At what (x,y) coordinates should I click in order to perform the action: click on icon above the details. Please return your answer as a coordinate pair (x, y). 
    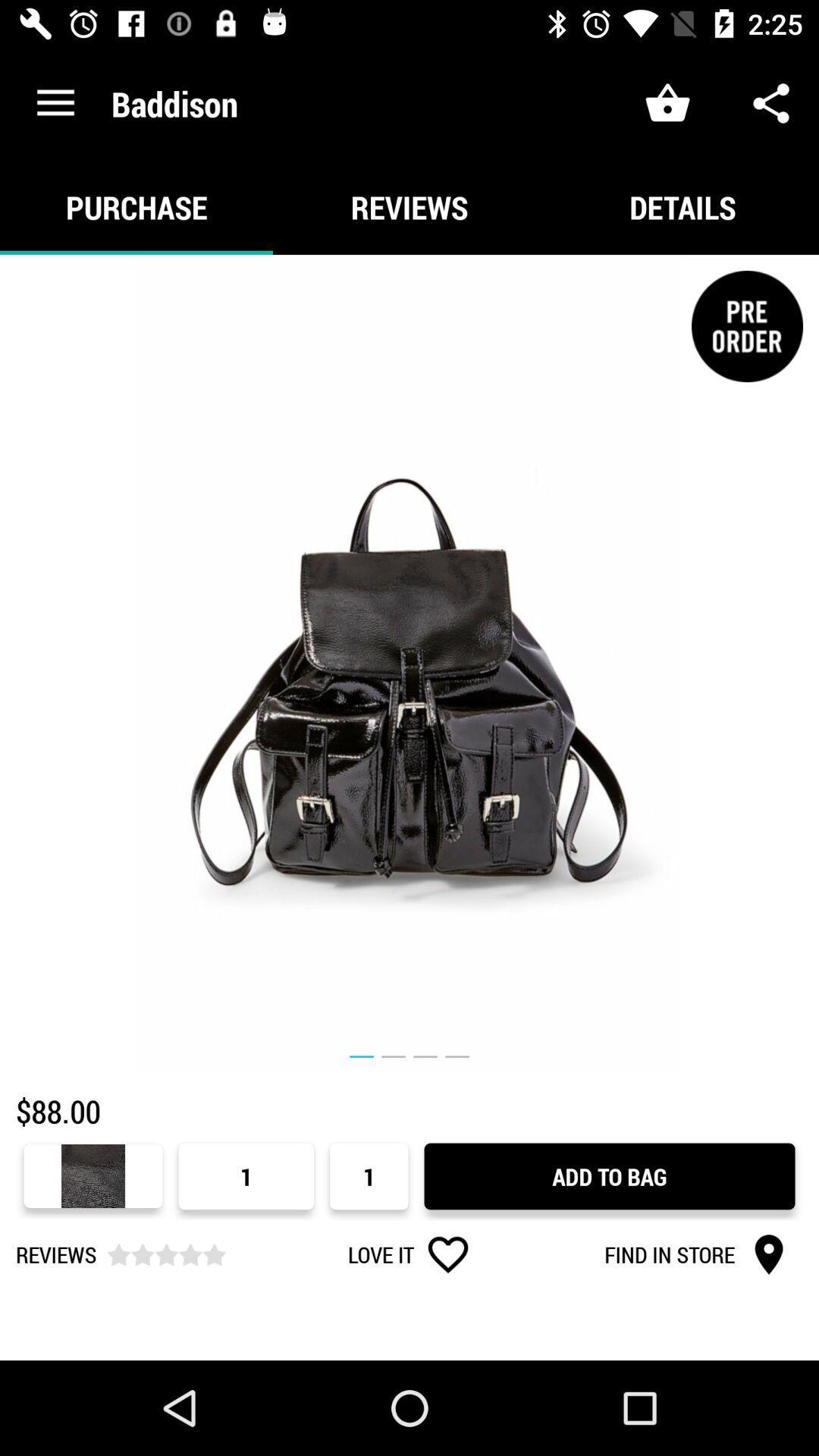
    Looking at the image, I should click on (771, 102).